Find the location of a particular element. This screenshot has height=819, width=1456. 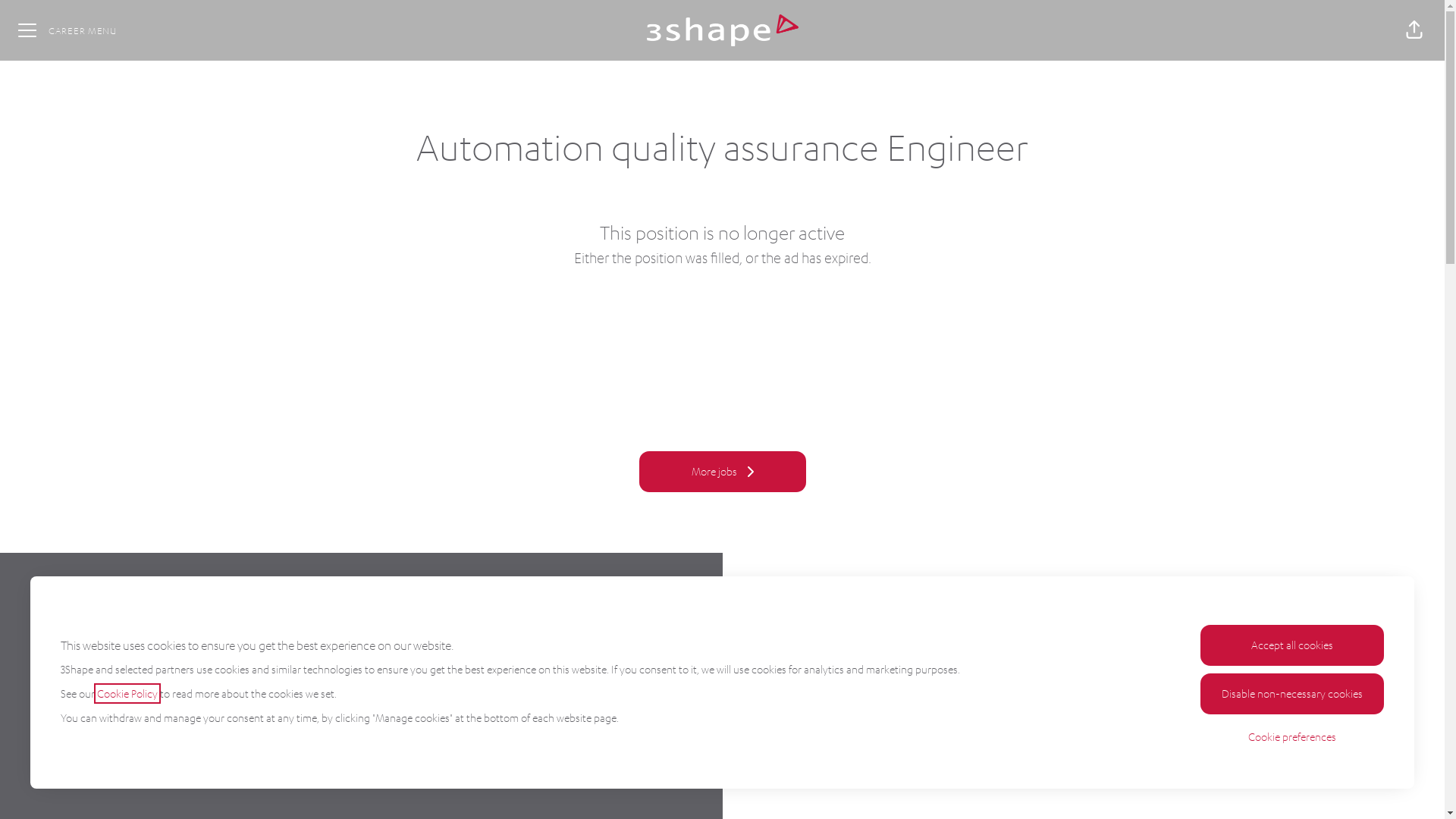

'Cookie Policy' is located at coordinates (127, 693).